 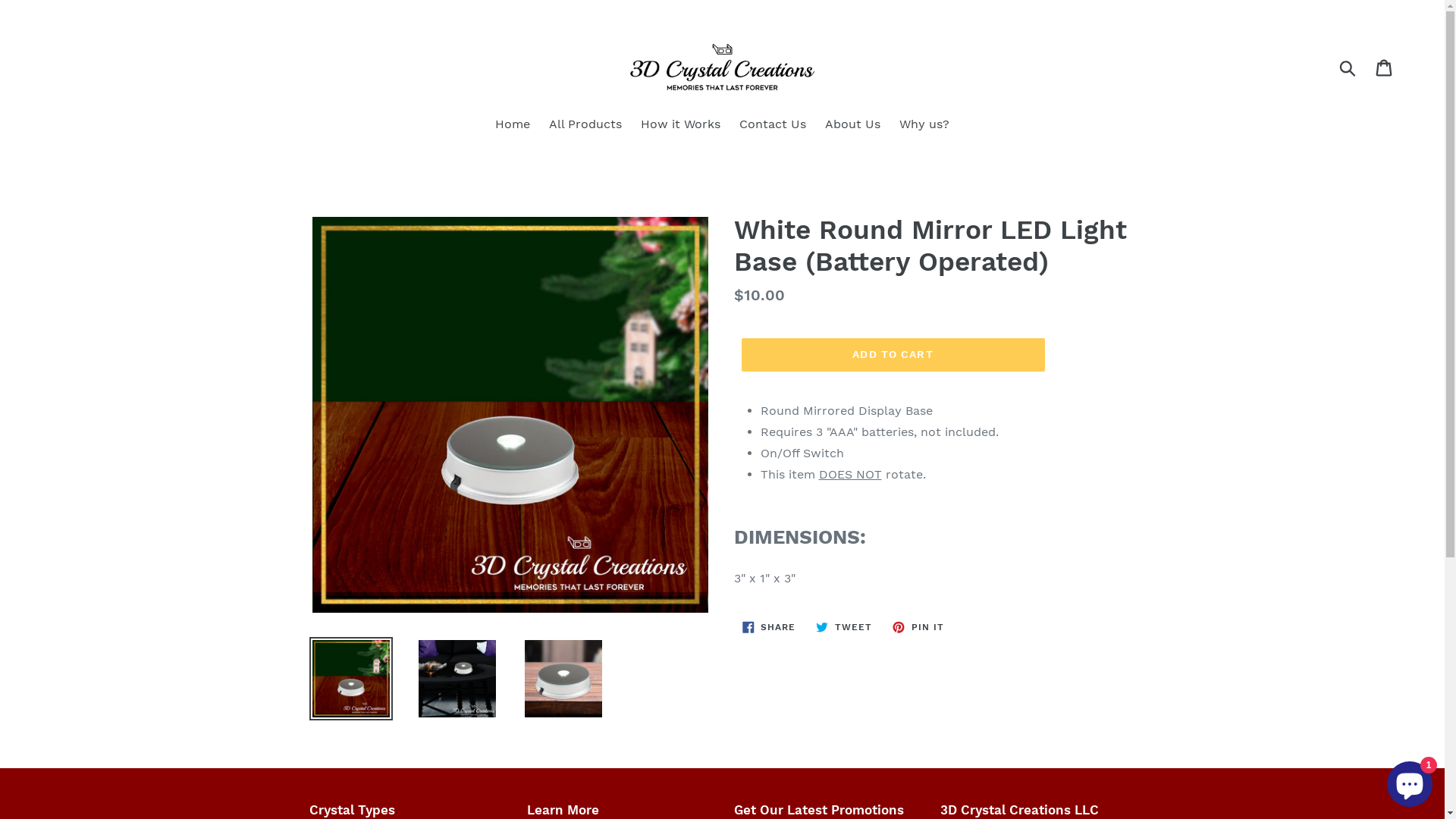 What do you see at coordinates (1348, 66) in the screenshot?
I see `'Submit'` at bounding box center [1348, 66].